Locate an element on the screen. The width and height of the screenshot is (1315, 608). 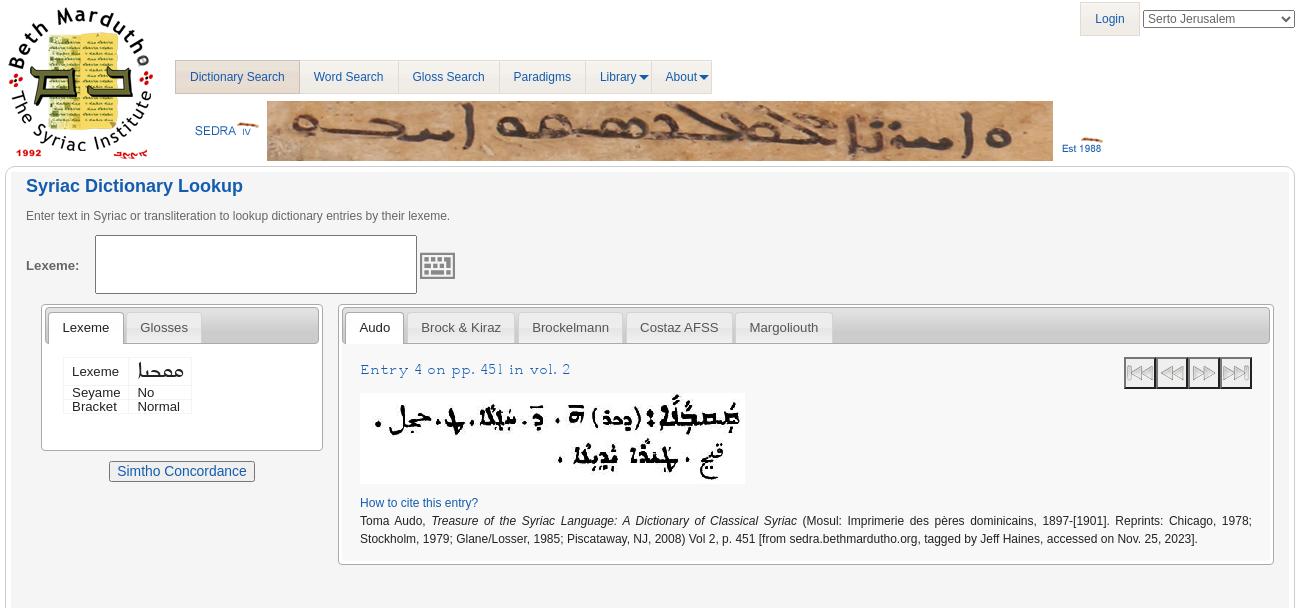
'Costaz AFSS' is located at coordinates (677, 327).